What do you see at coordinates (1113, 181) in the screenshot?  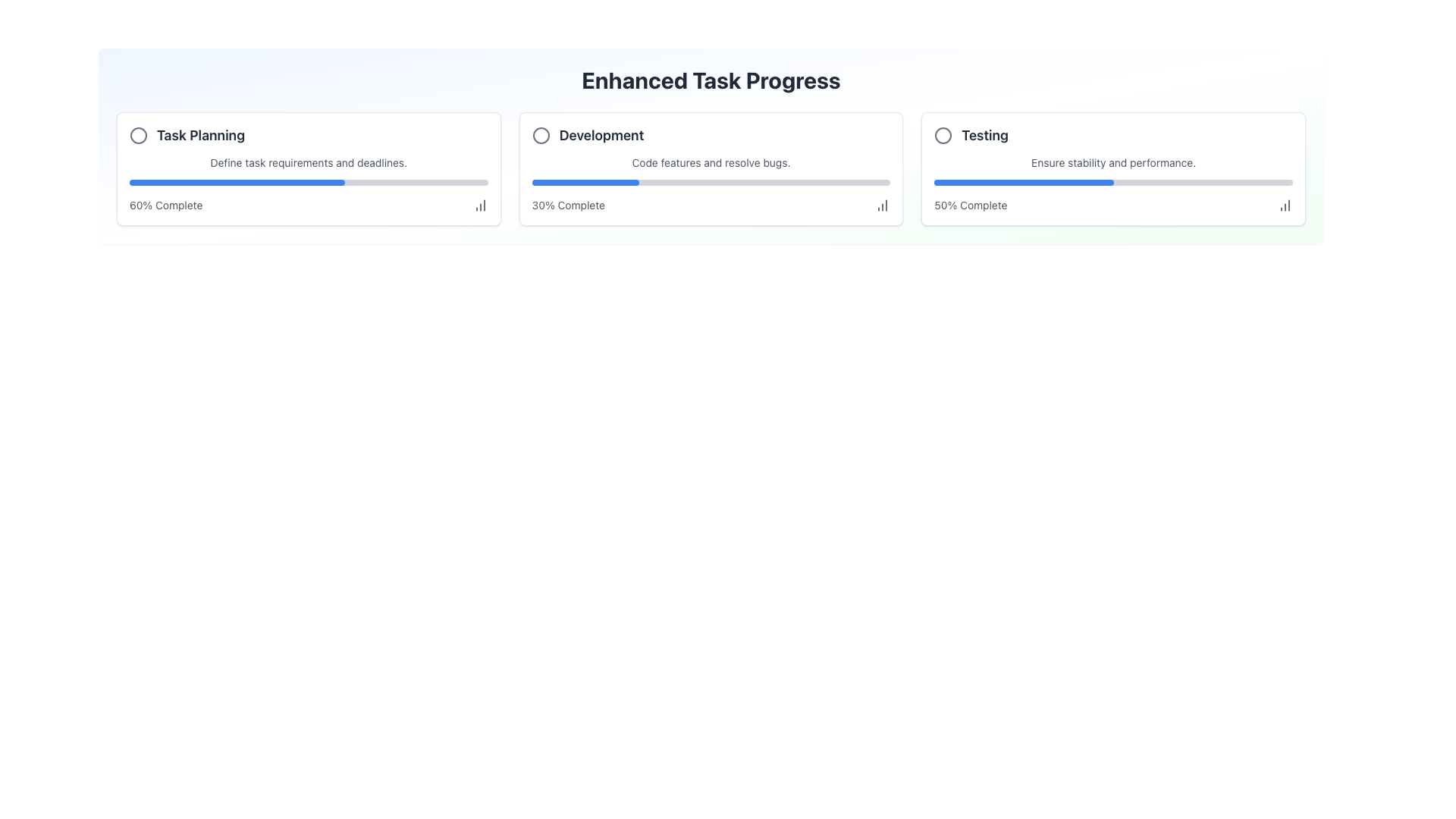 I see `the progress level of the Progress Bar located within the 'Testing' card of the 'Enhanced Task Progress' section` at bounding box center [1113, 181].